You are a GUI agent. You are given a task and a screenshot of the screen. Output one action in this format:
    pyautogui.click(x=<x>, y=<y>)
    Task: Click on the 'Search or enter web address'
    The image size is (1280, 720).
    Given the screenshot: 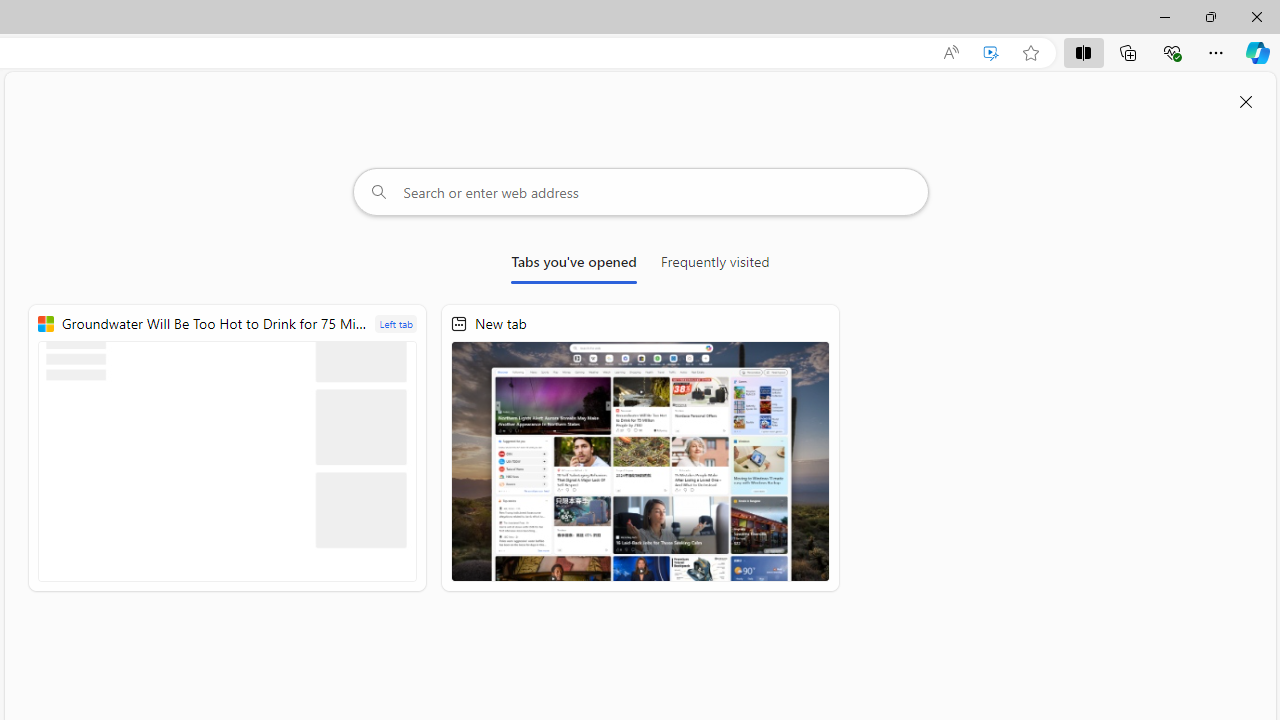 What is the action you would take?
    pyautogui.click(x=640, y=191)
    